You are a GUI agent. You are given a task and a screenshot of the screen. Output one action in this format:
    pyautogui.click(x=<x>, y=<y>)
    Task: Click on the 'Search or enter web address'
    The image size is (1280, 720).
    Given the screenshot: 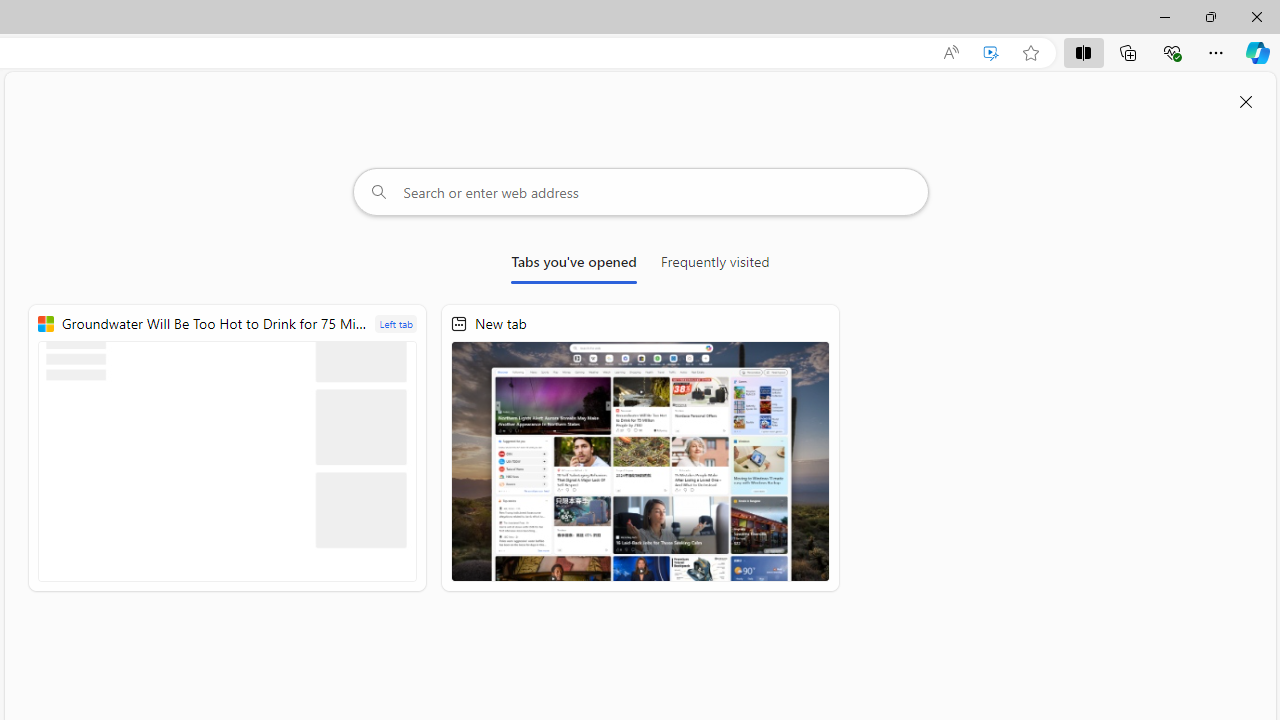 What is the action you would take?
    pyautogui.click(x=640, y=191)
    